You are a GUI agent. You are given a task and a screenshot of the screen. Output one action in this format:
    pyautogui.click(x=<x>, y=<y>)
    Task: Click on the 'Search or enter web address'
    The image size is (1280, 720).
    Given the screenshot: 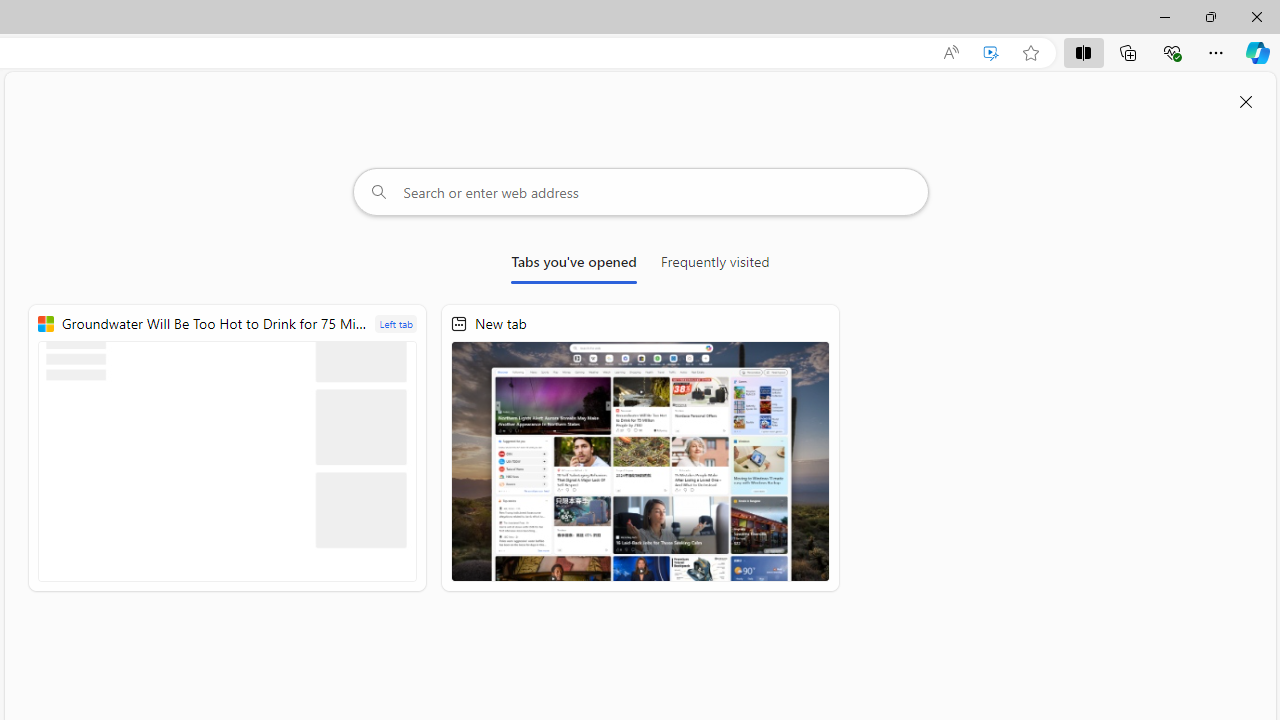 What is the action you would take?
    pyautogui.click(x=640, y=191)
    